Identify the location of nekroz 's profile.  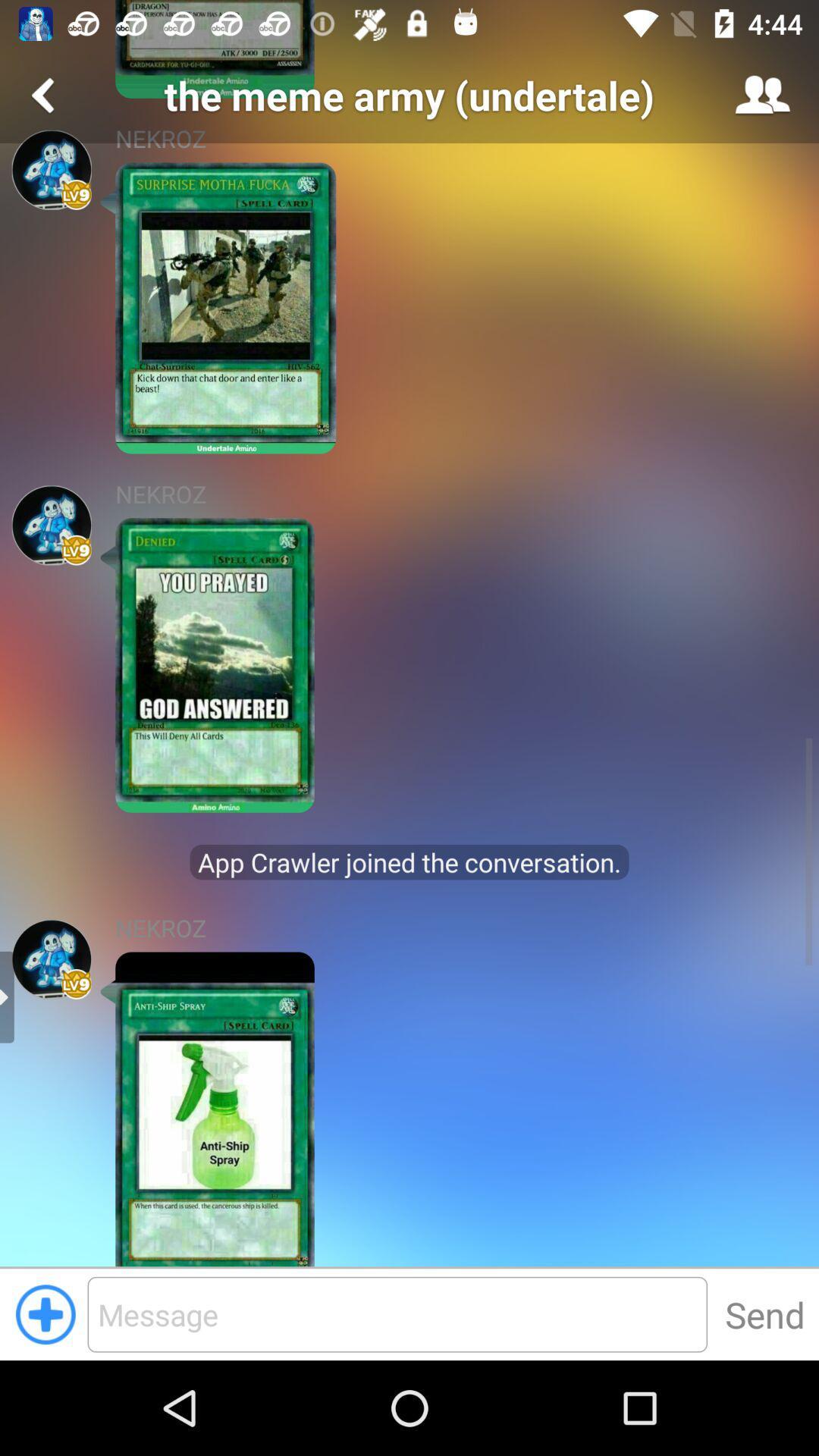
(51, 170).